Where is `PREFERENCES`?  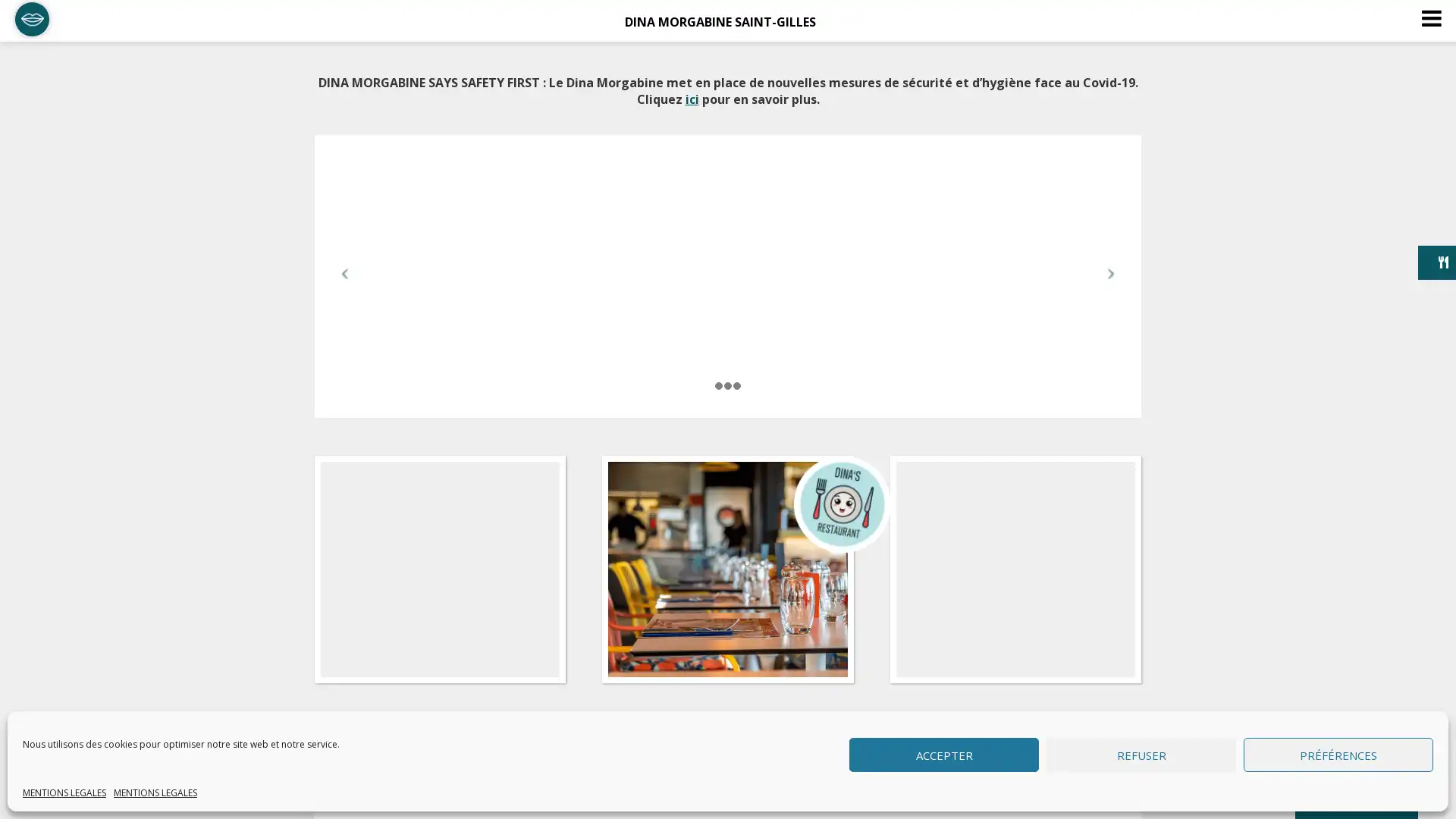 PREFERENCES is located at coordinates (1338, 755).